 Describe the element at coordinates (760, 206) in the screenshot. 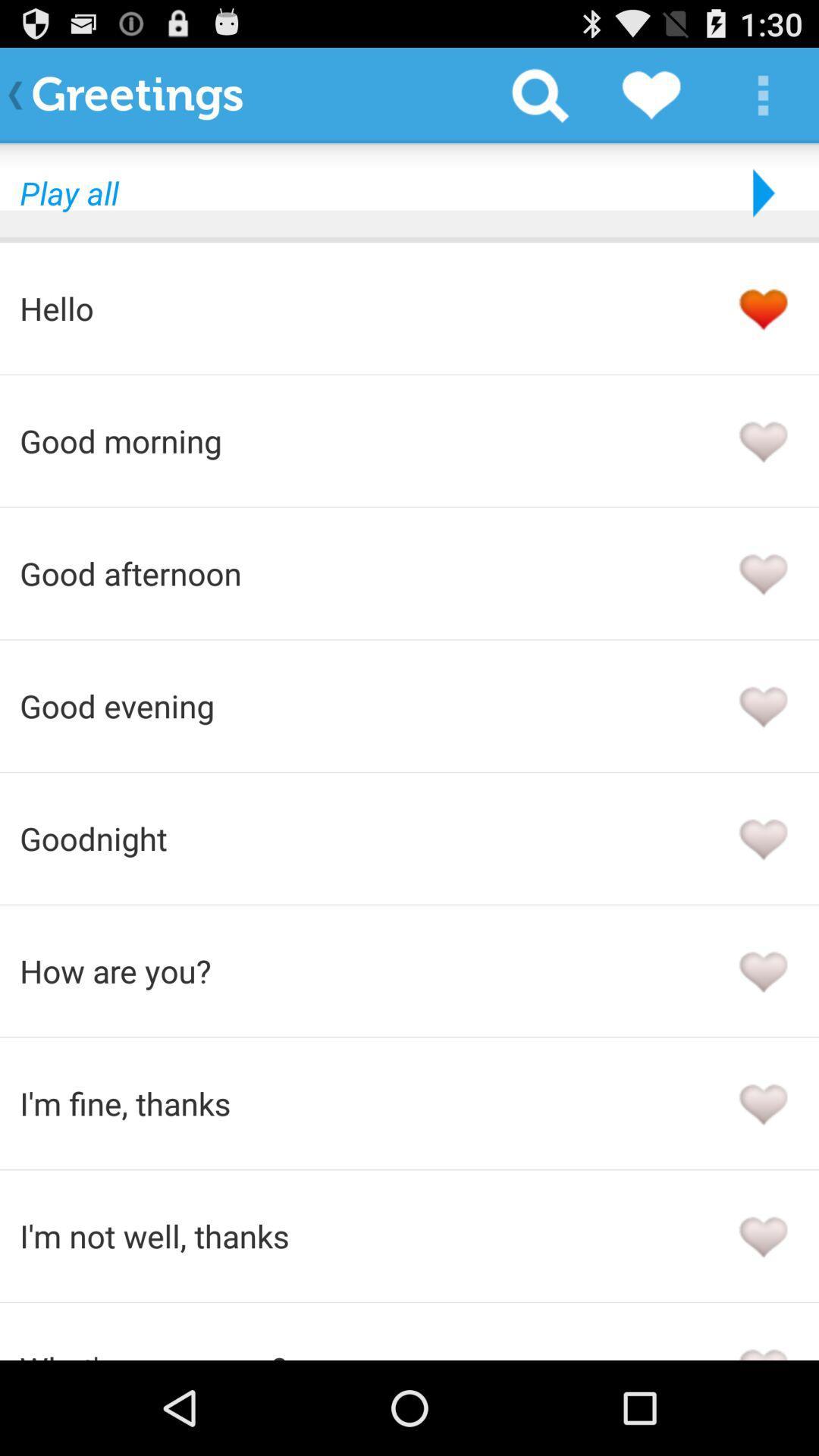

I see `the play icon` at that location.